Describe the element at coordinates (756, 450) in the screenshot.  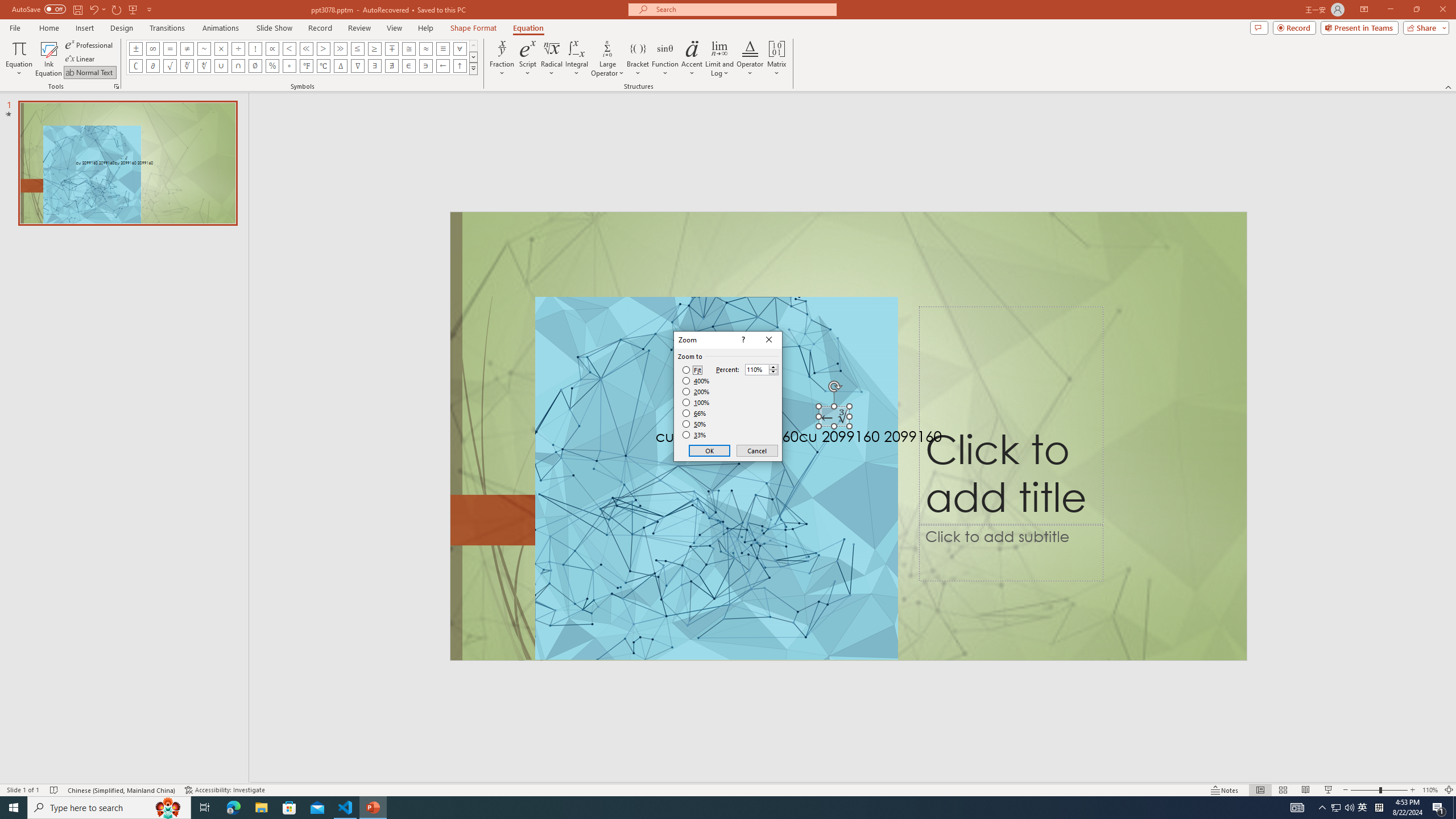
I see `'Cancel'` at that location.